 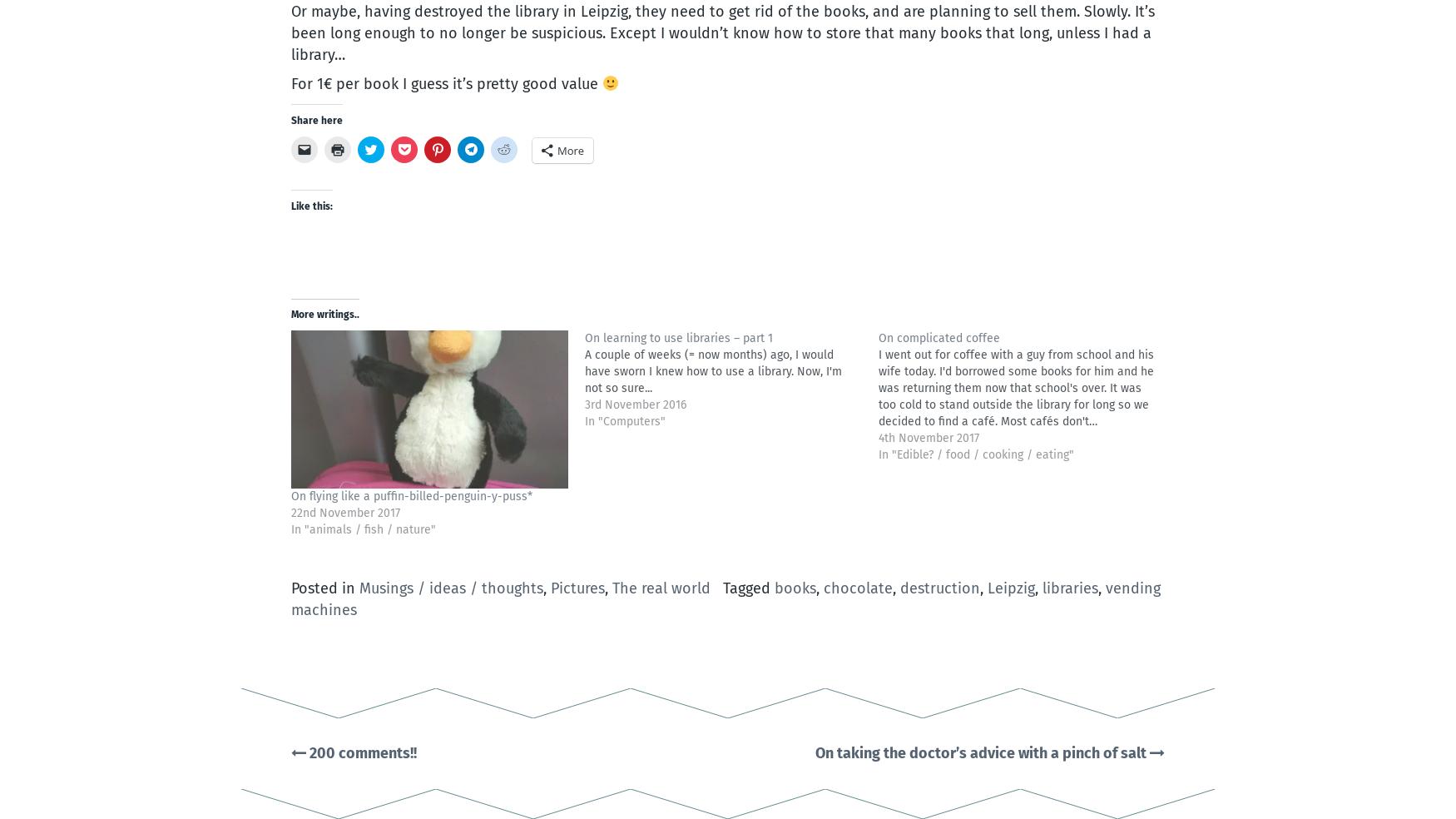 What do you see at coordinates (938, 588) in the screenshot?
I see `'destruction'` at bounding box center [938, 588].